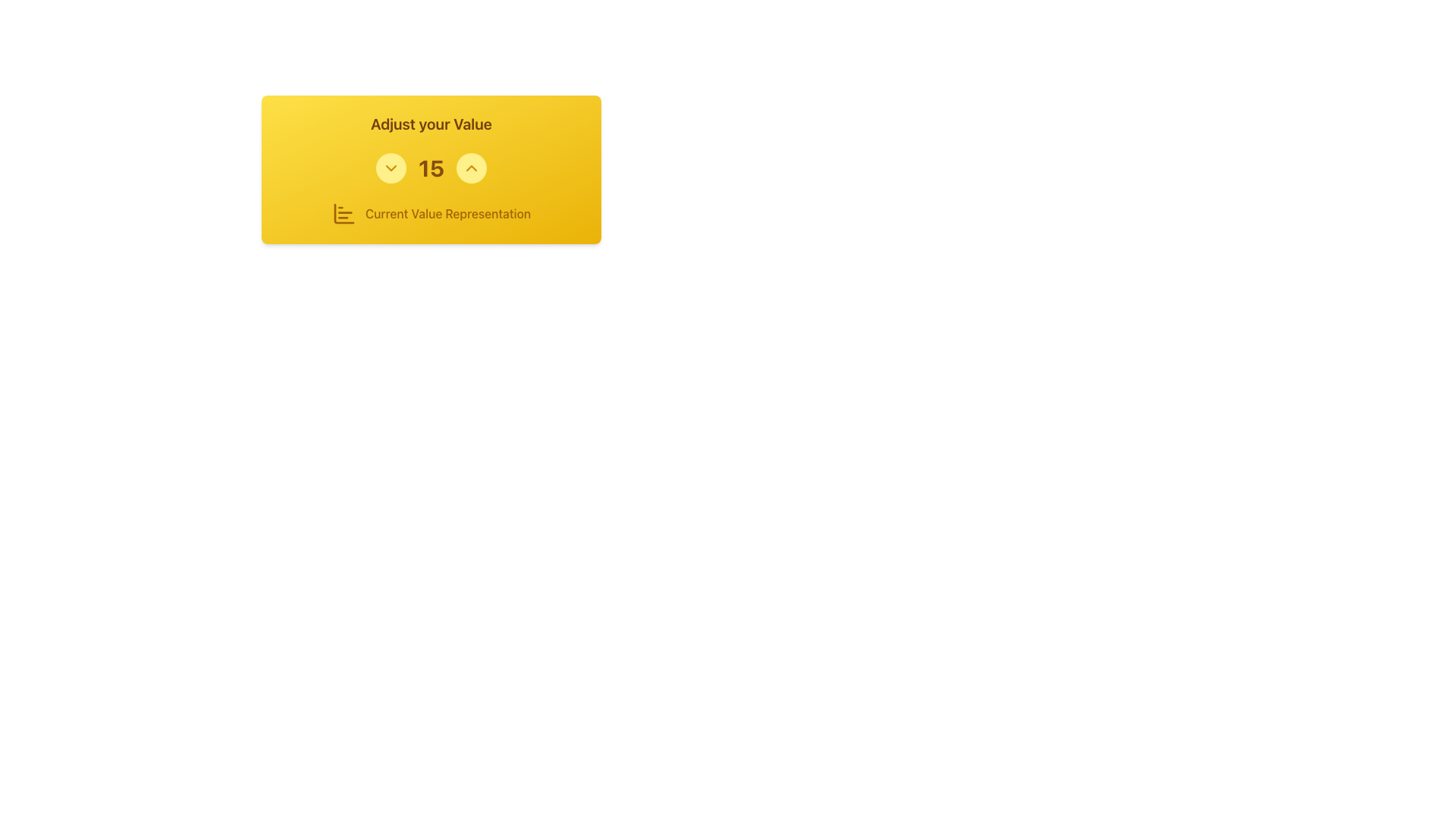  What do you see at coordinates (391, 168) in the screenshot?
I see `the interactive button to the left of the numeric display '15' to decrement its value` at bounding box center [391, 168].